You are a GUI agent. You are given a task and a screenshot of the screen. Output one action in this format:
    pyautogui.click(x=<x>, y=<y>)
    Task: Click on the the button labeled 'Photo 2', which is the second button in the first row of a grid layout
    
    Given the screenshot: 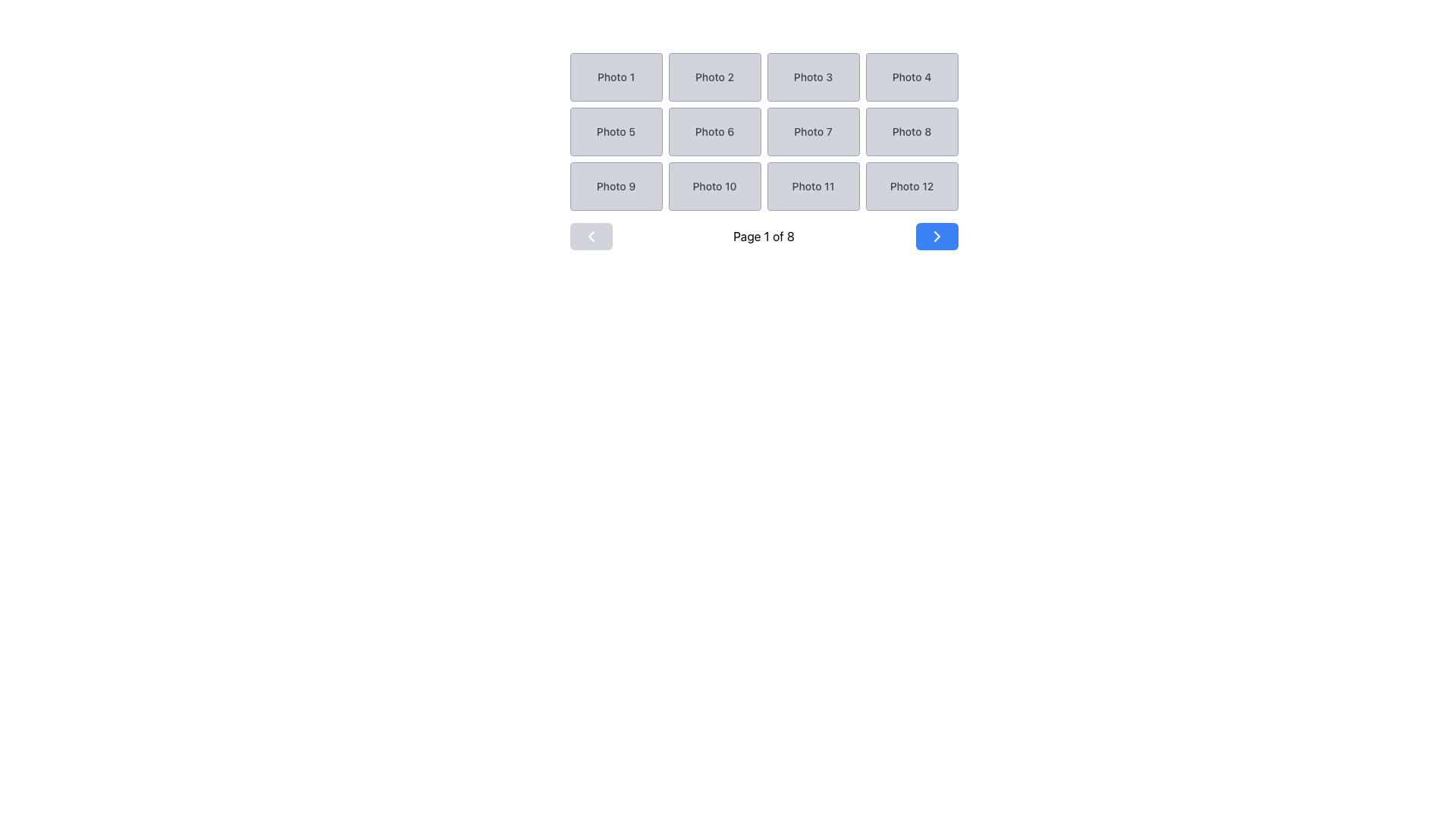 What is the action you would take?
    pyautogui.click(x=714, y=77)
    